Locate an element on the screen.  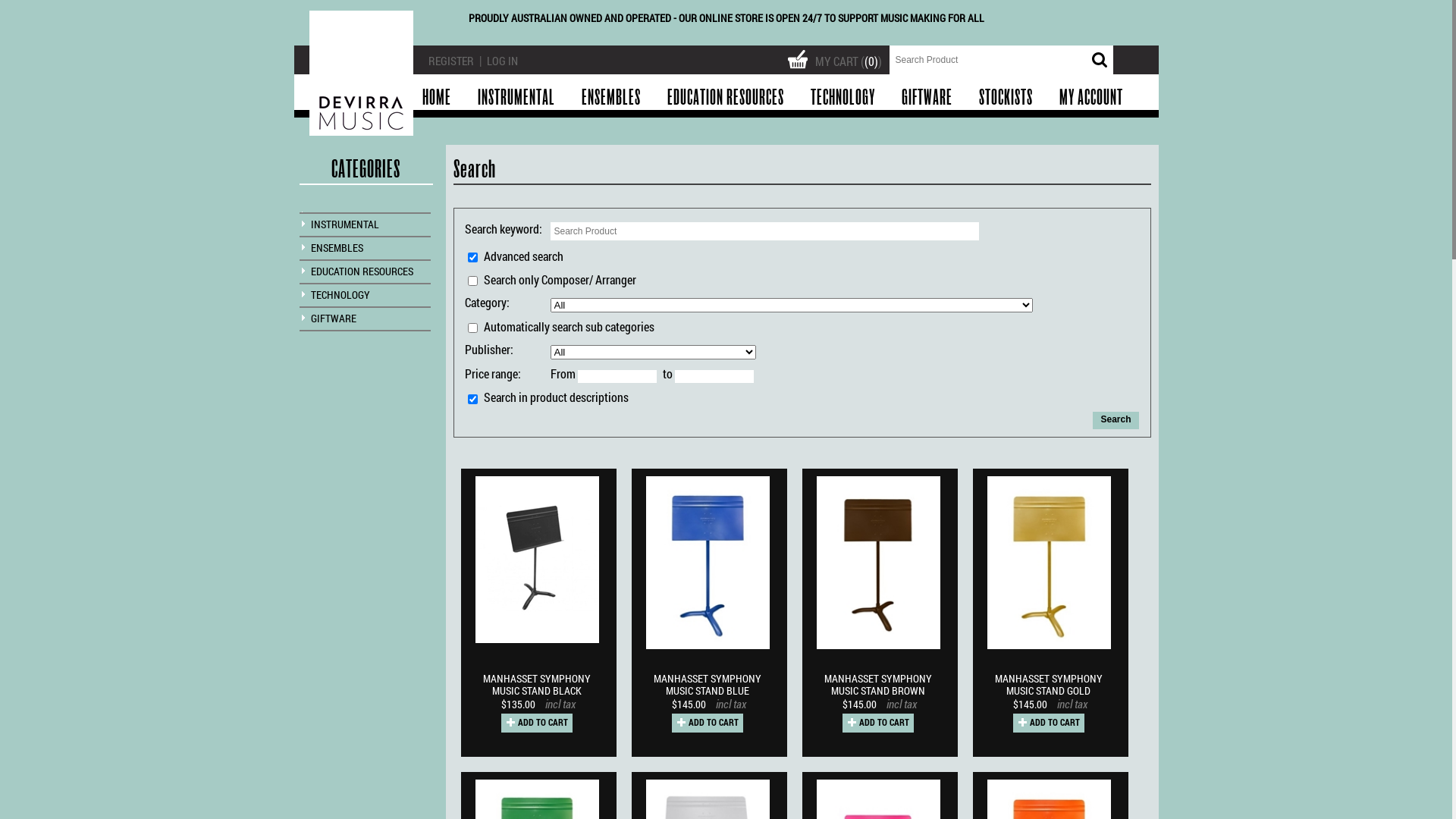
'Show details for Manhasset Symphony Music Stand Blue' is located at coordinates (707, 563).